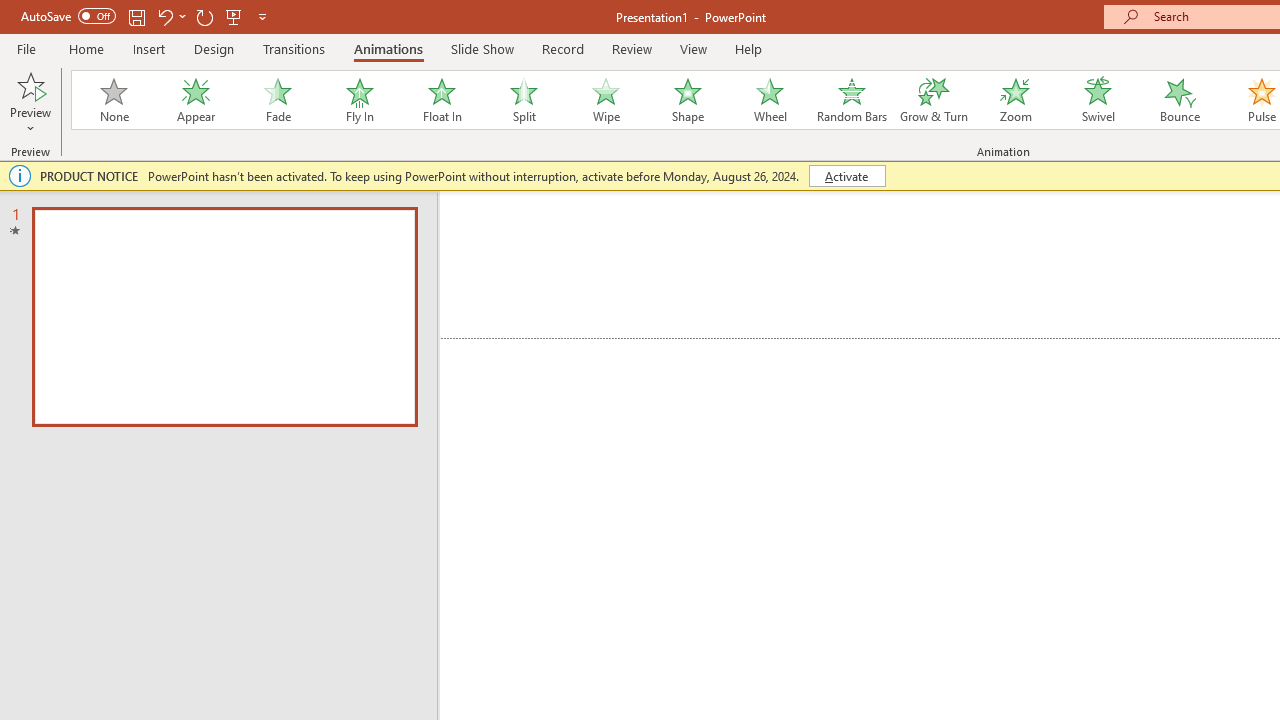 The image size is (1280, 720). Describe the element at coordinates (523, 100) in the screenshot. I see `'Split'` at that location.